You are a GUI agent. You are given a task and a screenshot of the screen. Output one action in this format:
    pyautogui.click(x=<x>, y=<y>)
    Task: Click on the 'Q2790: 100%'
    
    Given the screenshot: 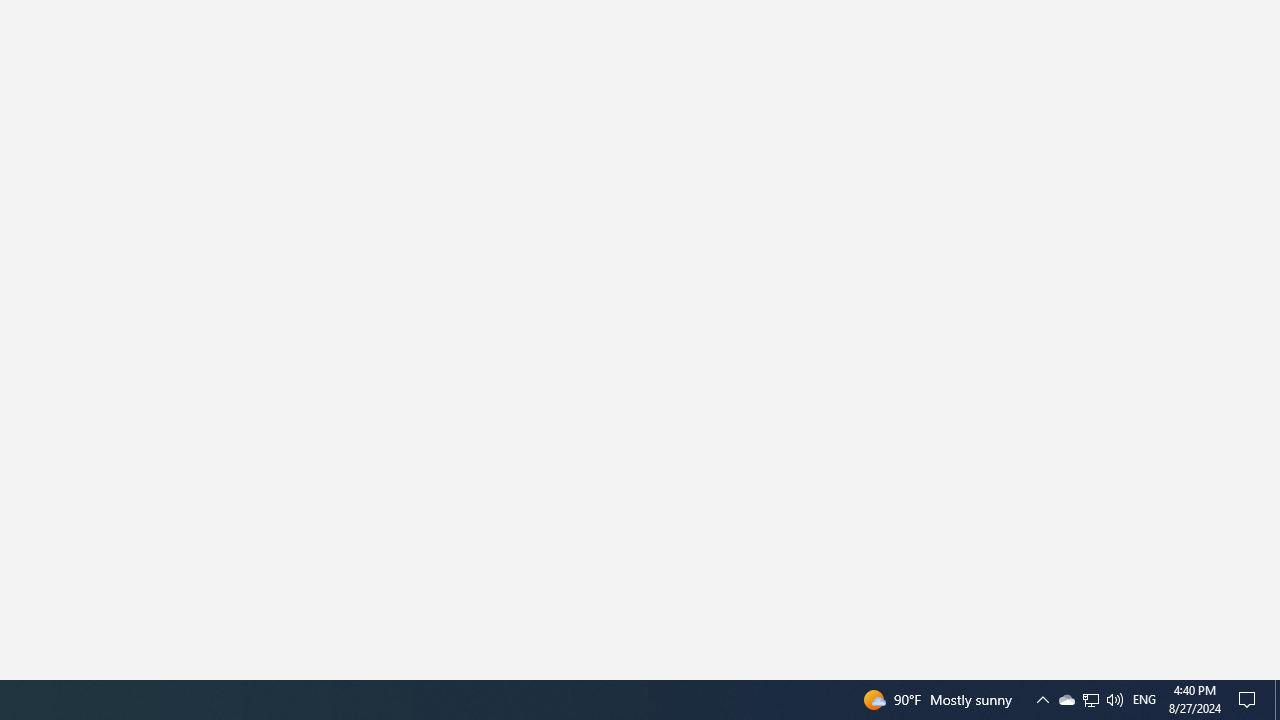 What is the action you would take?
    pyautogui.click(x=1089, y=698)
    